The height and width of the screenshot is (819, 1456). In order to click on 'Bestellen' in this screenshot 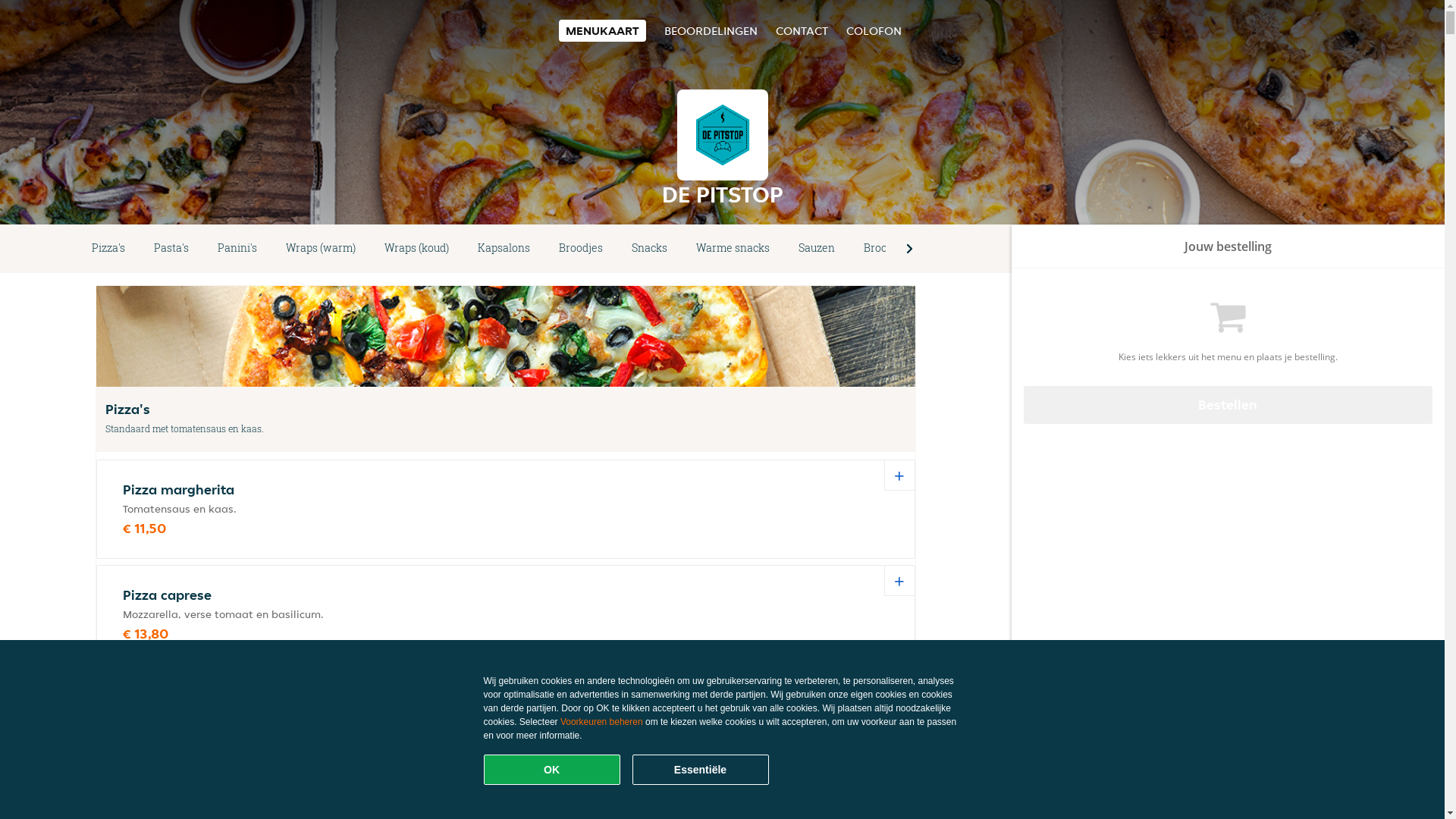, I will do `click(1228, 403)`.